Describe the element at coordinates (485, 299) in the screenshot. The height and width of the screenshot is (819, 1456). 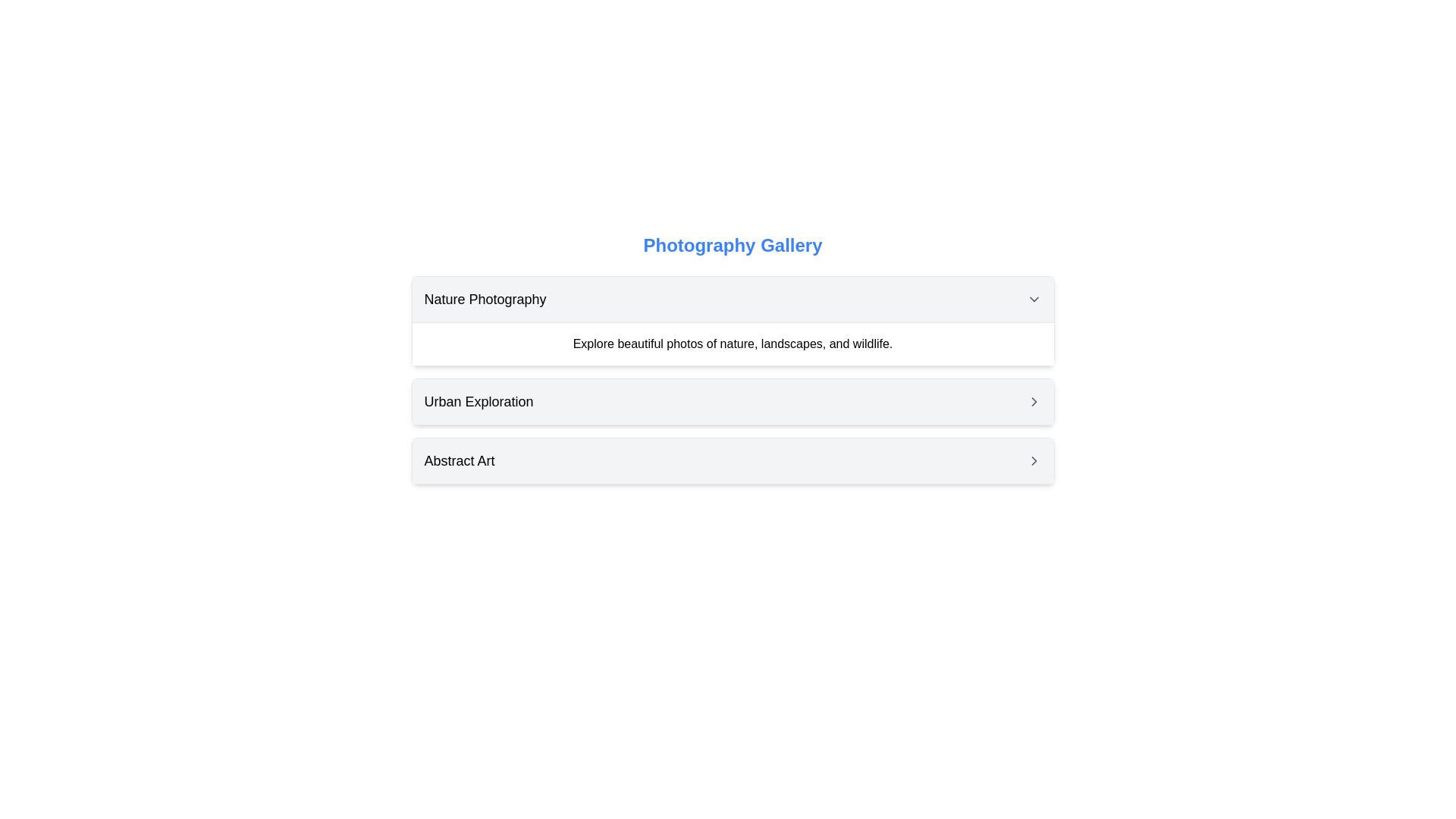
I see `the 'Nature Photography' text label, which is located in a gray-colored bar styled as a clickable option` at that location.